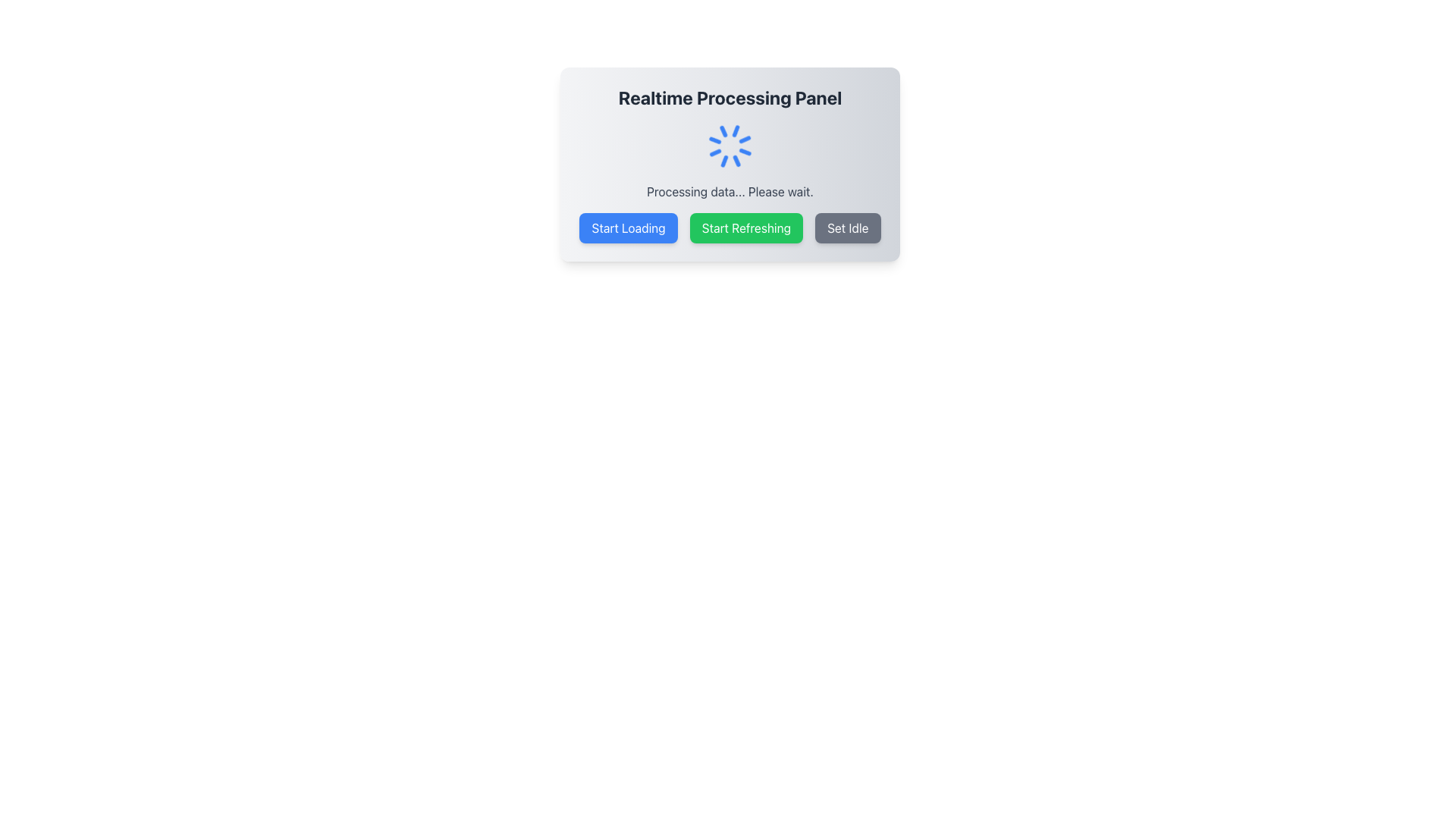 The image size is (1456, 819). Describe the element at coordinates (730, 191) in the screenshot. I see `the text display that shows 'Processing data... Please wait.' which is styled in gray and is located below the spinning loader icon` at that location.